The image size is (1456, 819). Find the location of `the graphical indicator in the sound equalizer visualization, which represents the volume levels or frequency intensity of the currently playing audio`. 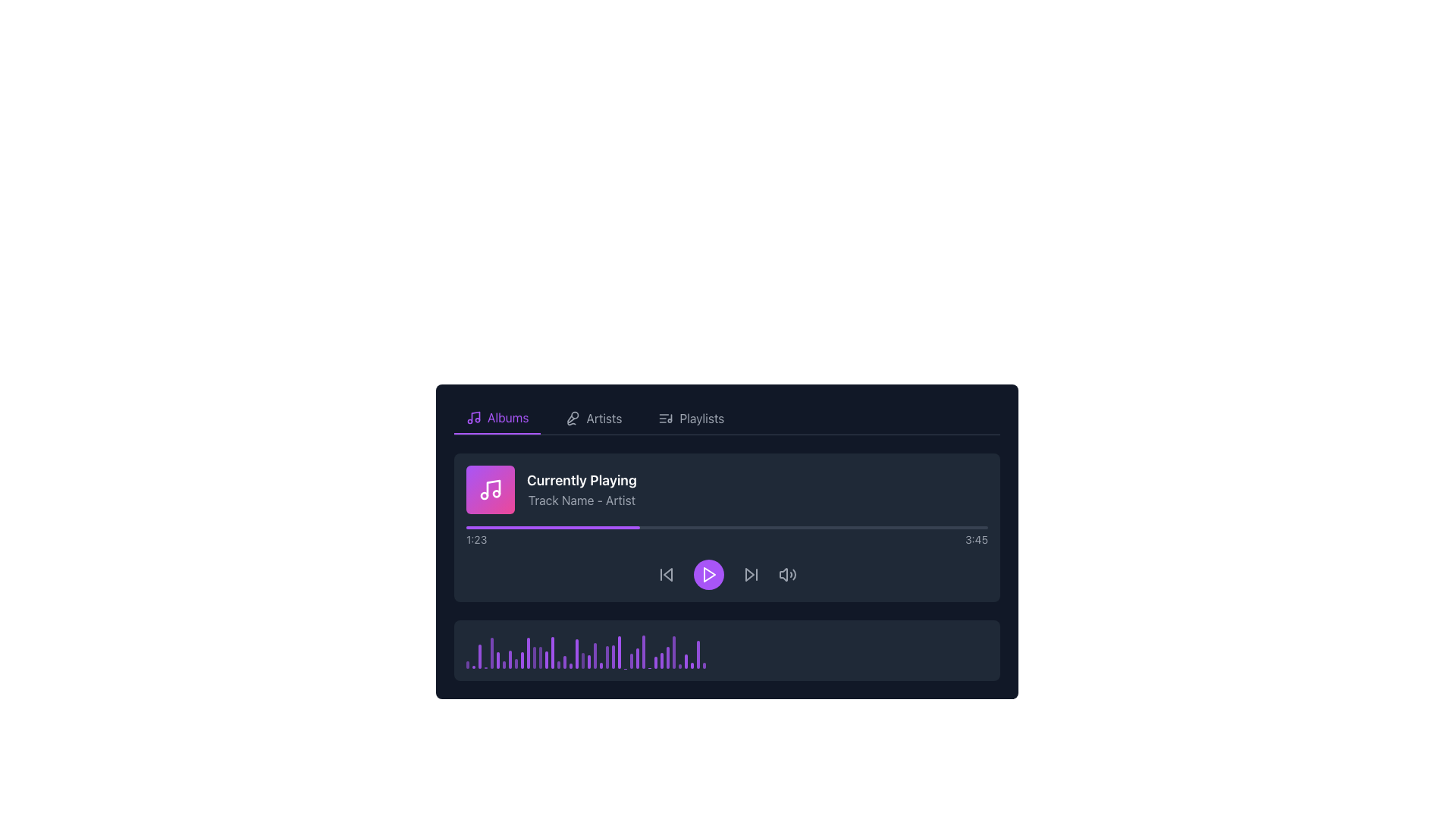

the graphical indicator in the sound equalizer visualization, which represents the volume levels or frequency intensity of the currently playing audio is located at coordinates (644, 651).